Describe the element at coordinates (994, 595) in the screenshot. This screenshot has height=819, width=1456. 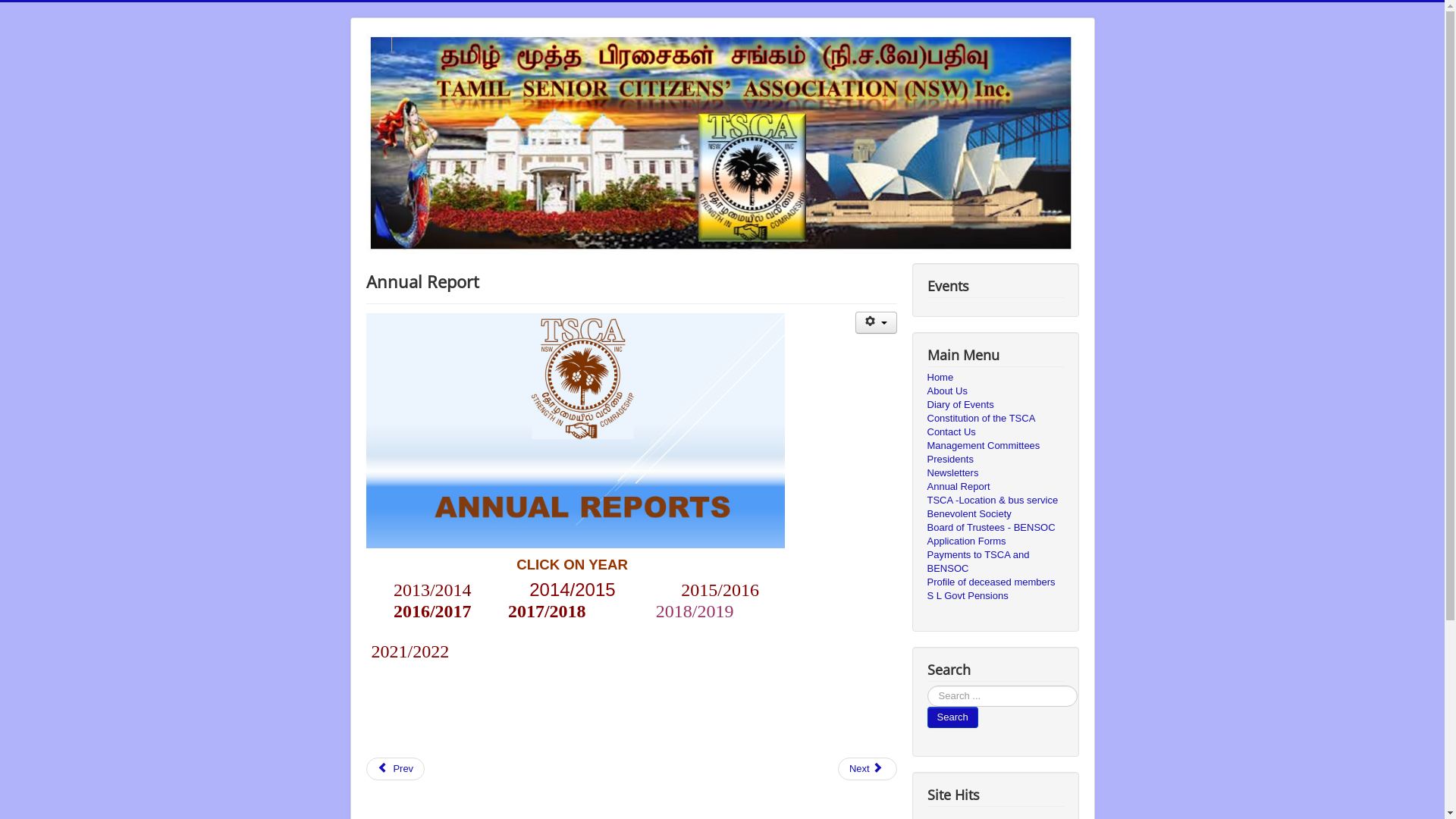
I see `'S L Govt Pensions'` at that location.